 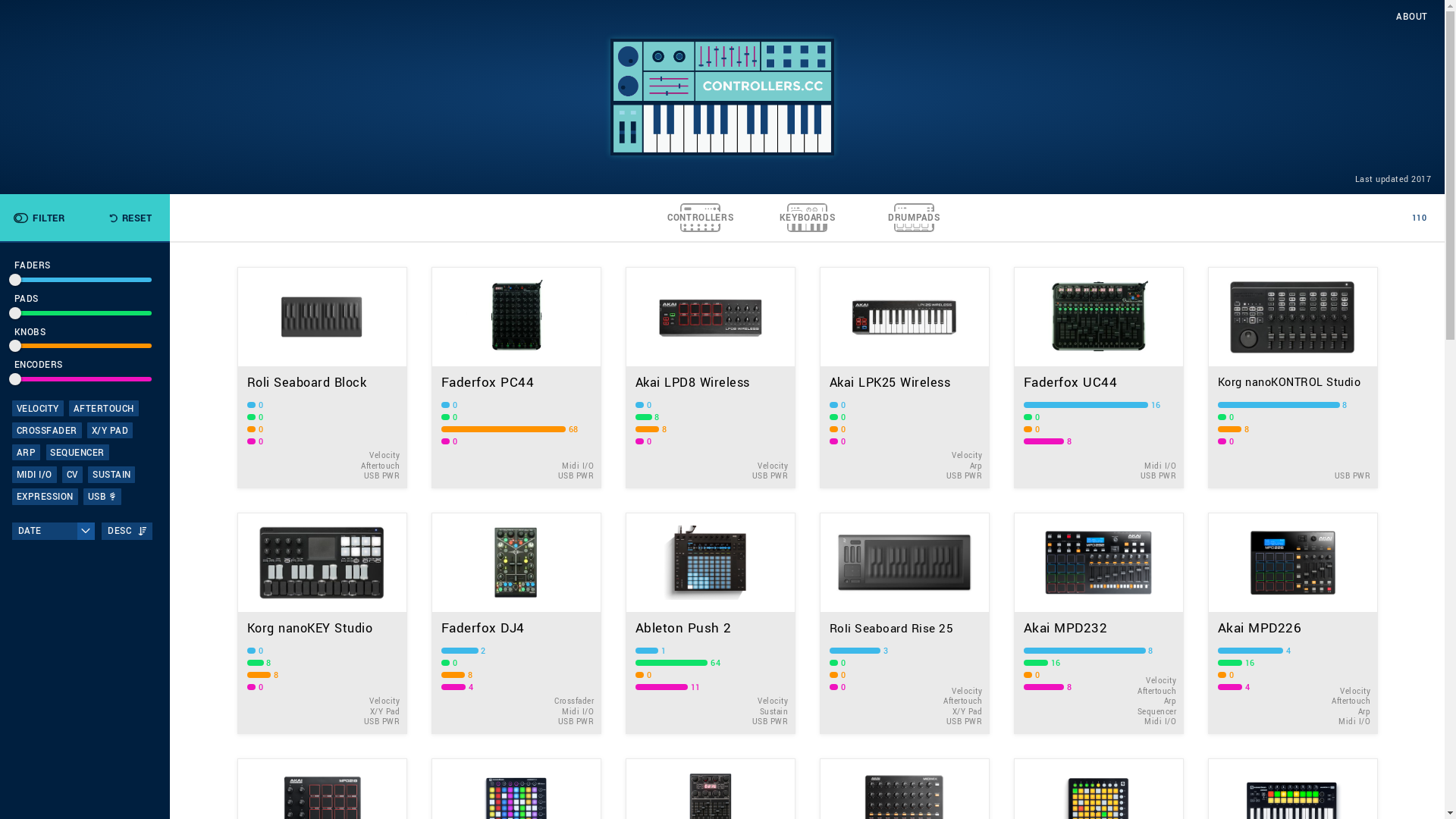 I want to click on 'EXPRESSION', so click(x=45, y=496).